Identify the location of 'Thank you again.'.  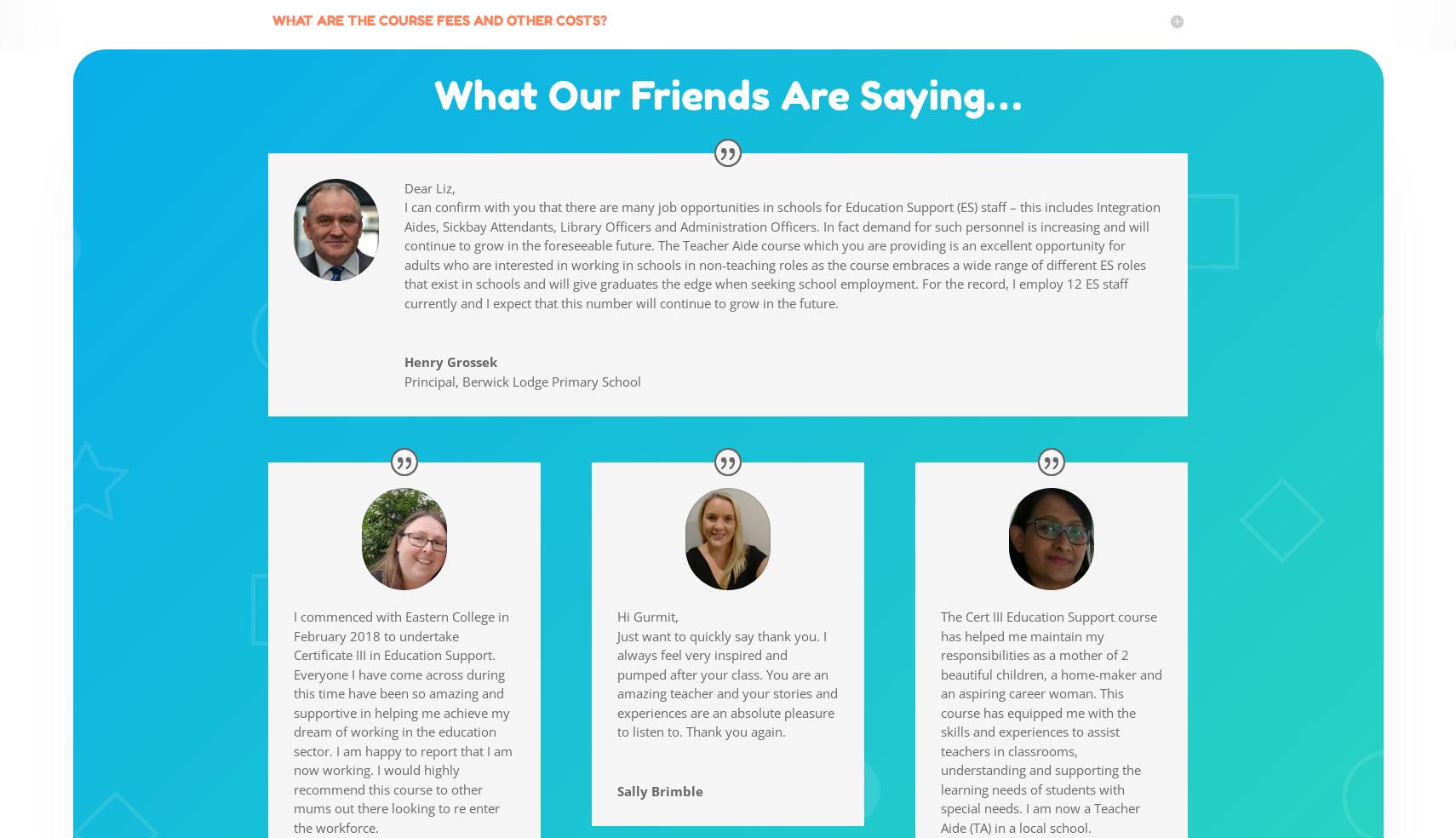
(734, 731).